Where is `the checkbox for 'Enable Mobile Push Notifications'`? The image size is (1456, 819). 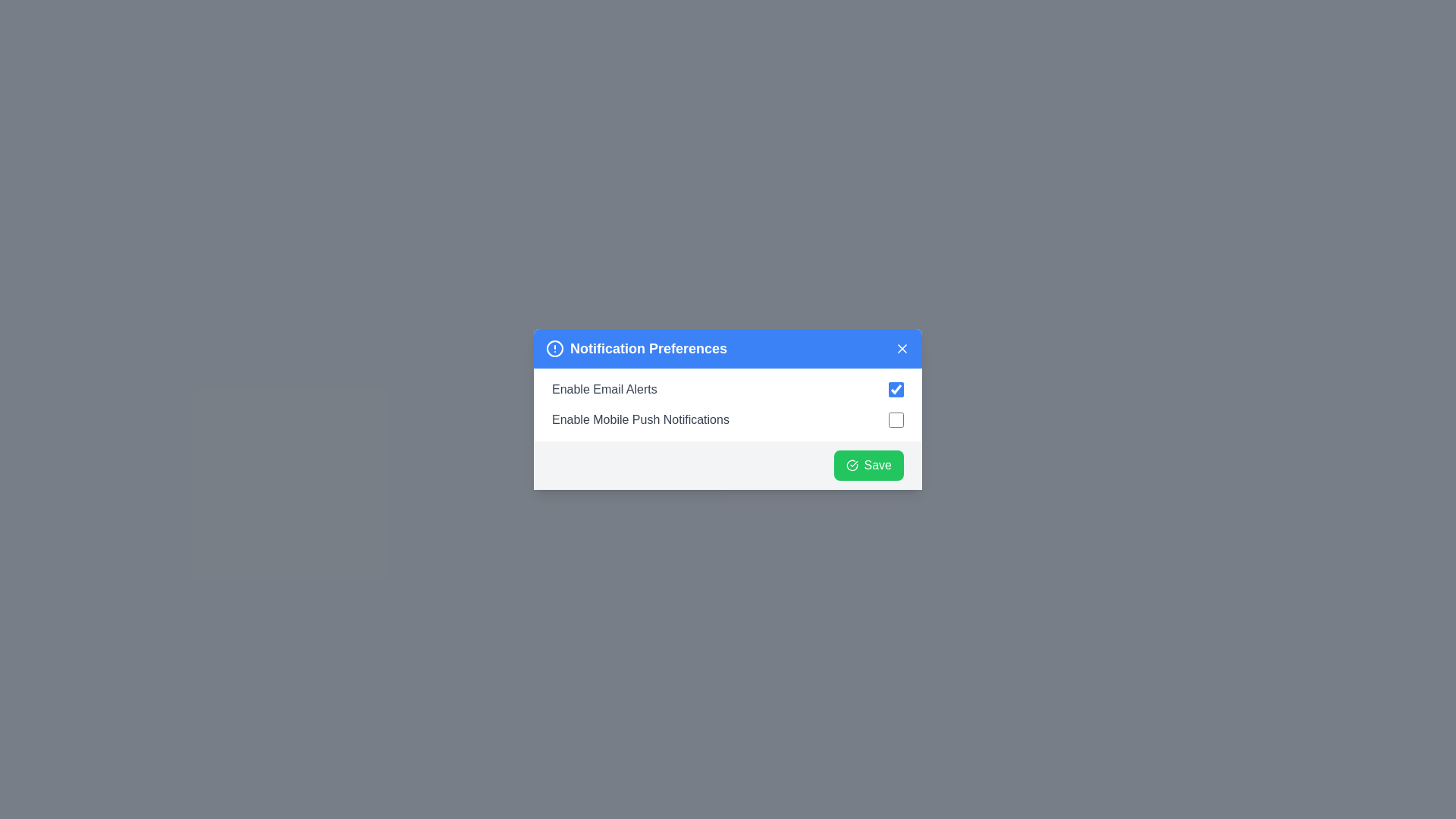
the checkbox for 'Enable Mobile Push Notifications' is located at coordinates (896, 420).